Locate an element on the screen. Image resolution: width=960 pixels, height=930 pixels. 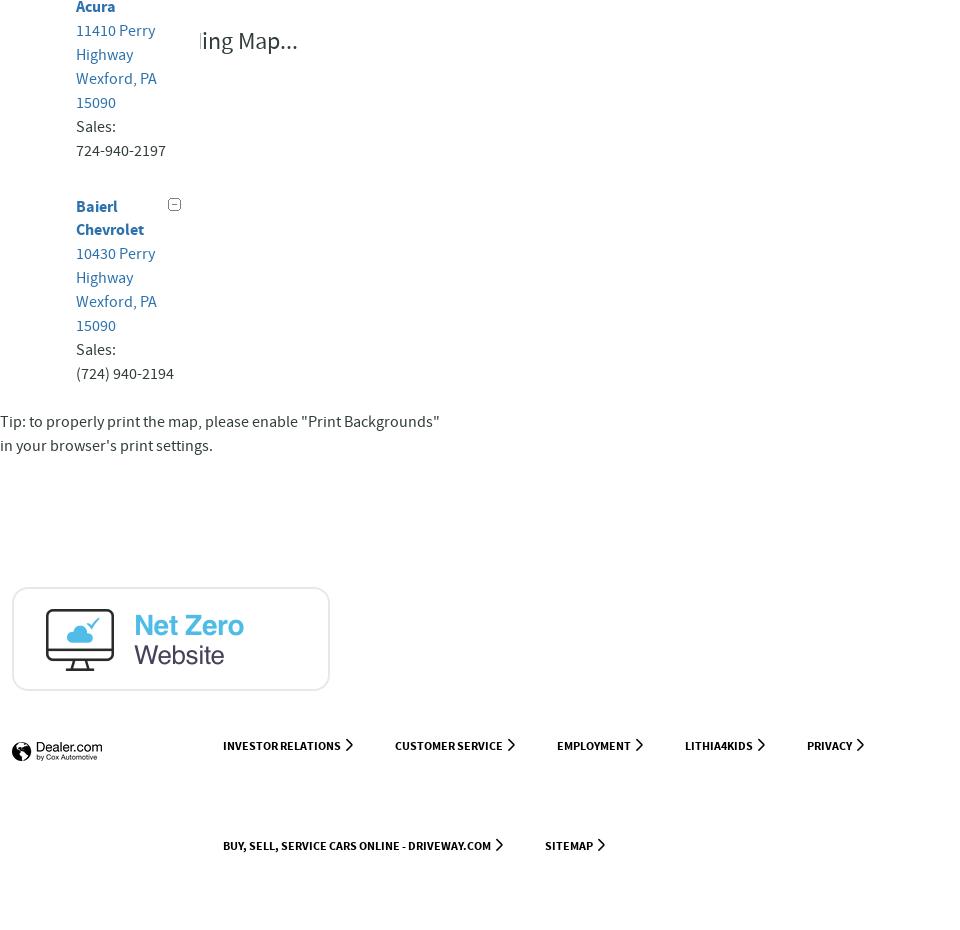
'Loading Map...' is located at coordinates (225, 40).